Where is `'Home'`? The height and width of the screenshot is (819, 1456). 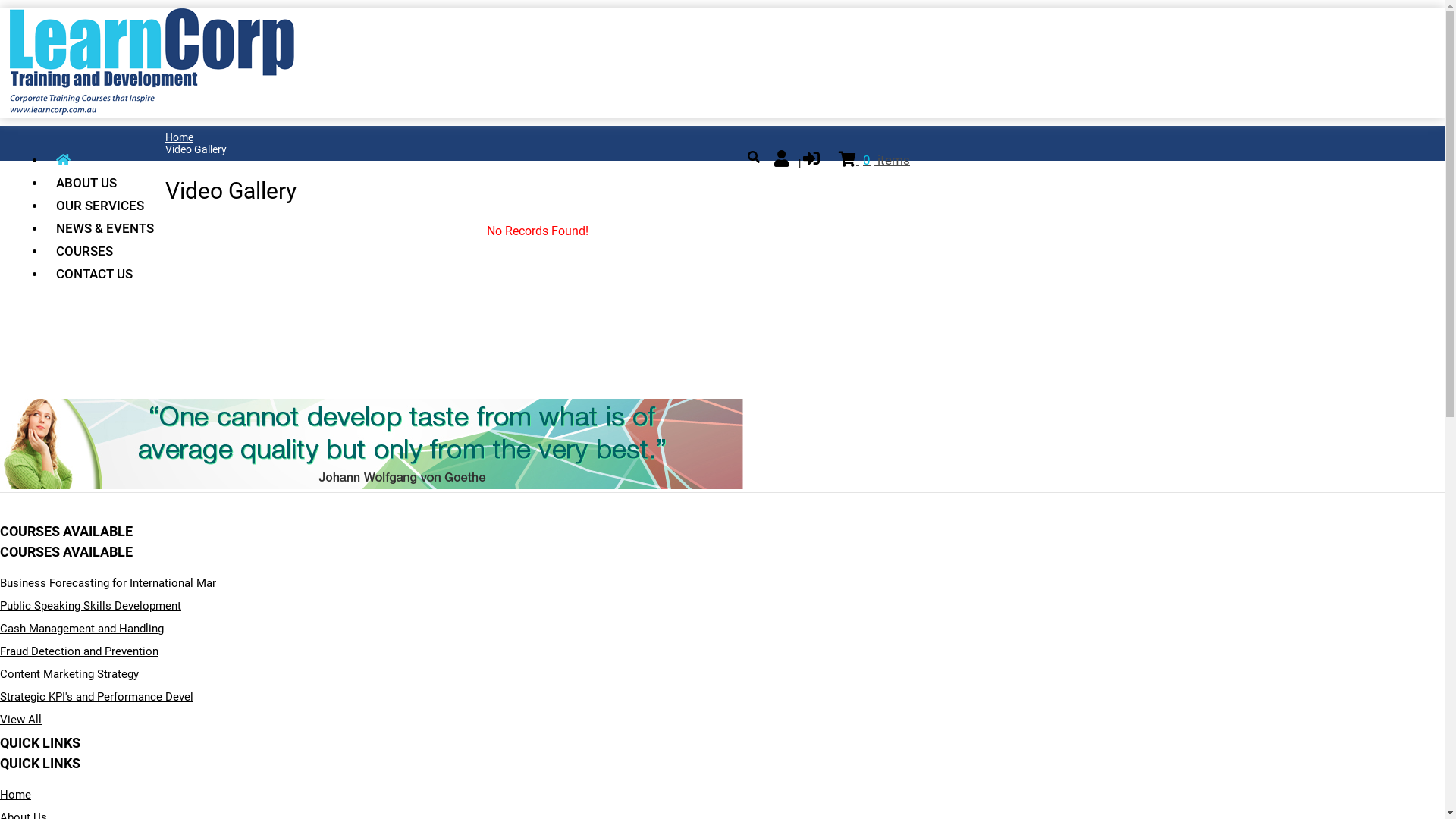
'Home' is located at coordinates (15, 794).